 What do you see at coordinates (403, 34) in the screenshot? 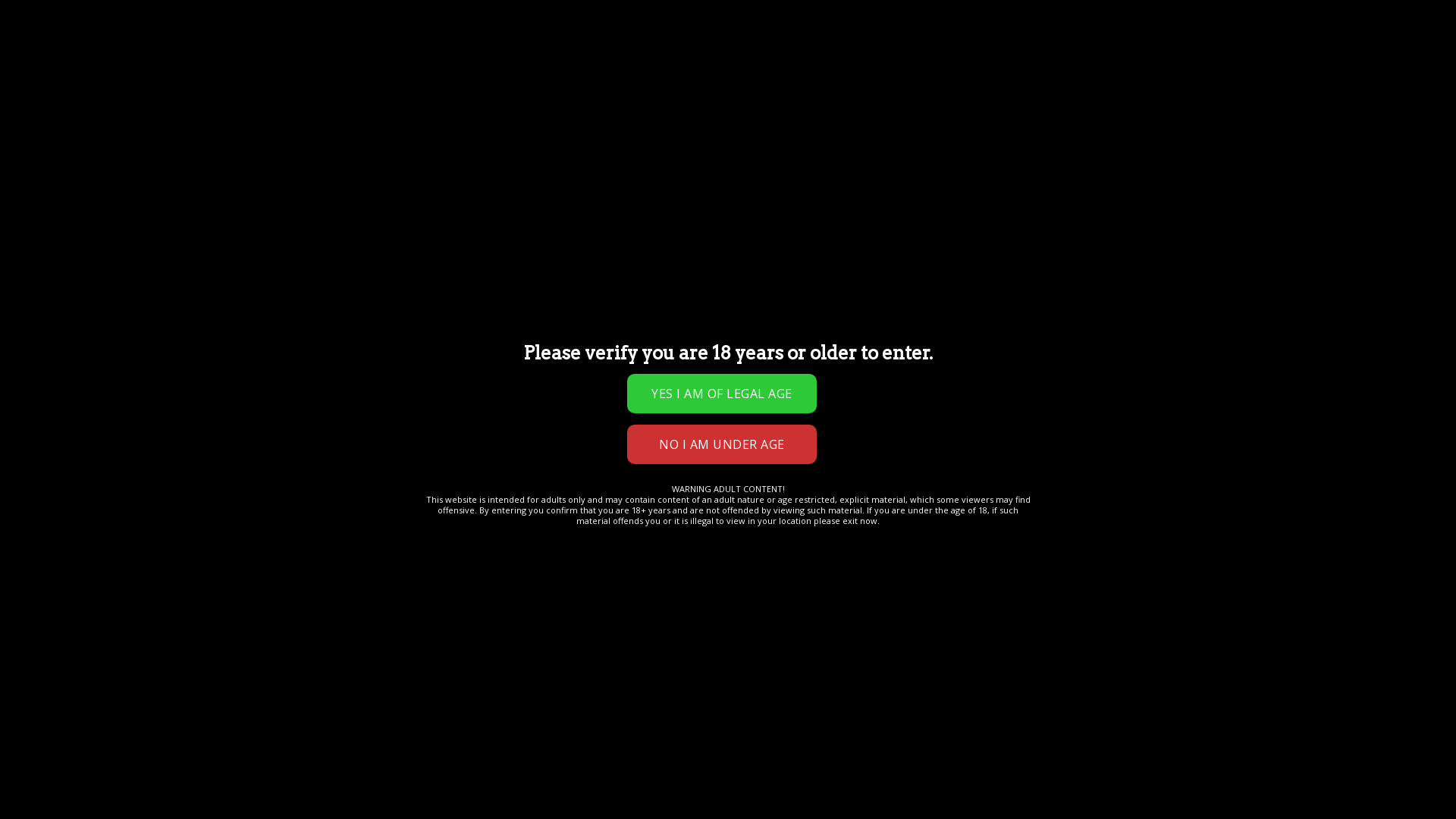
I see `'Search'` at bounding box center [403, 34].